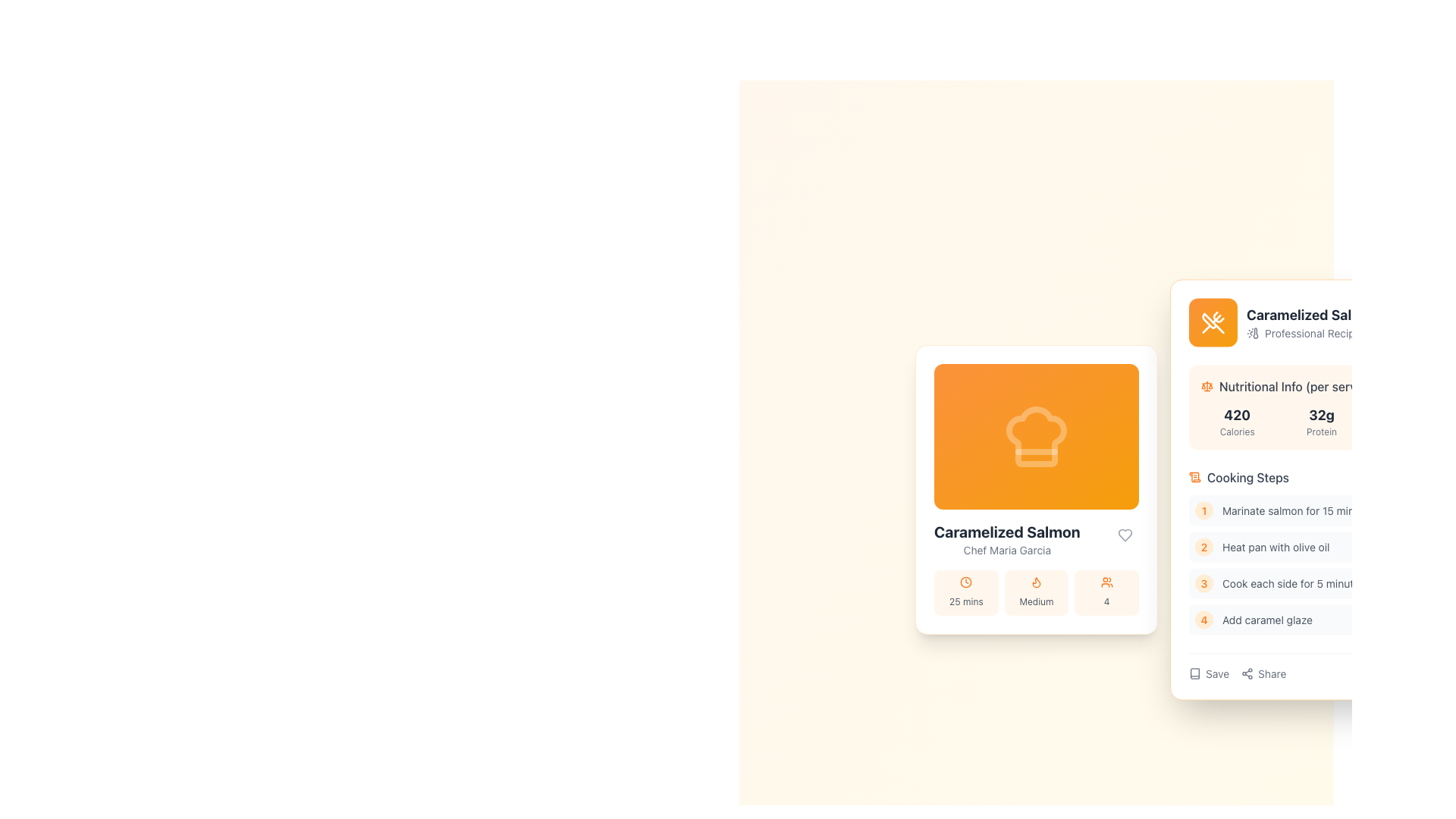 Image resolution: width=1456 pixels, height=819 pixels. I want to click on the text displayed in the Text Display with Icon located in the top section of the rightmost card, directly below the orange, gradient-filled icon with crossed utensils, so click(1313, 322).